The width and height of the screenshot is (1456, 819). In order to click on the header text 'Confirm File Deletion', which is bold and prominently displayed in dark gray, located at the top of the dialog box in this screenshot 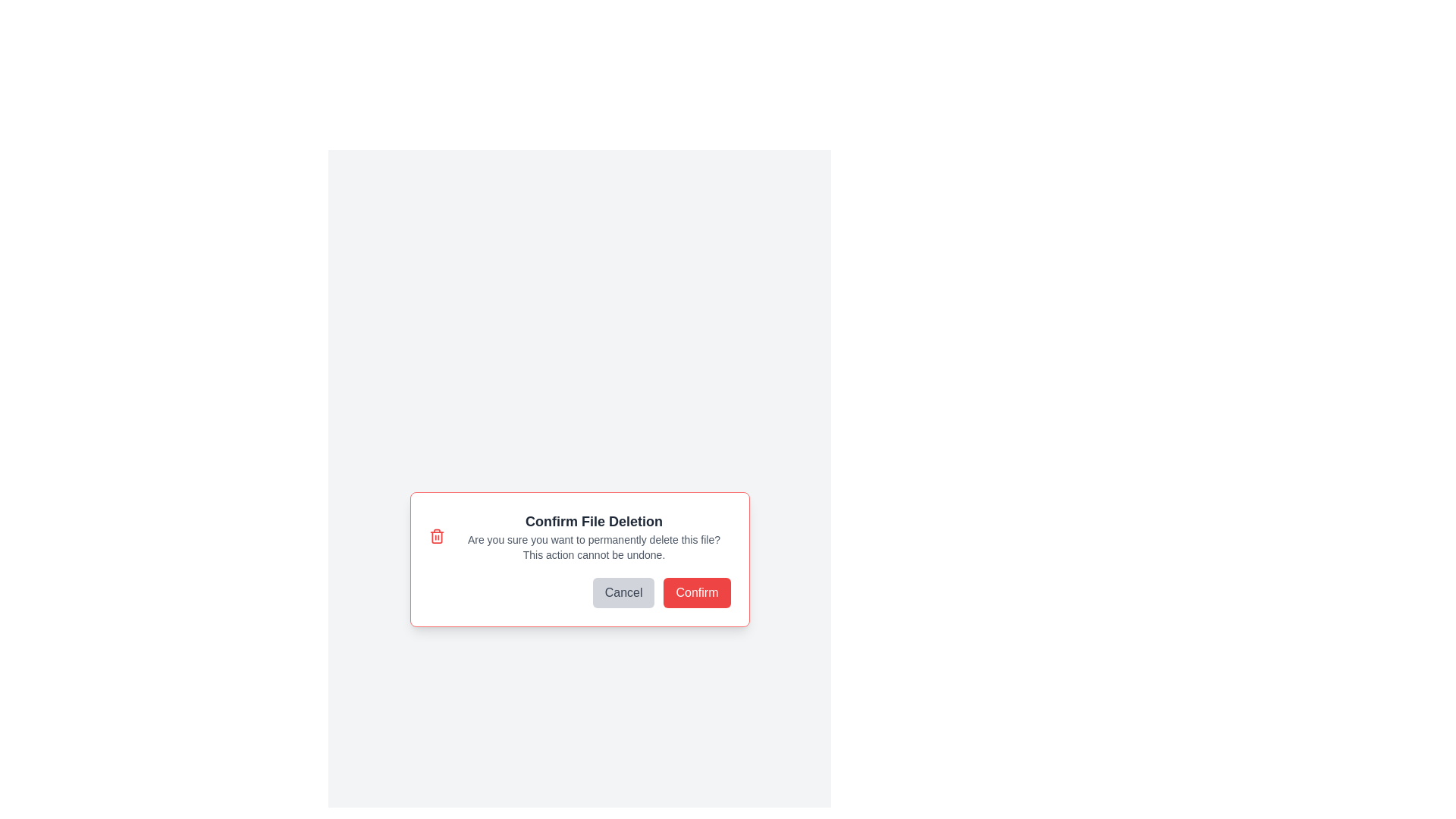, I will do `click(593, 520)`.